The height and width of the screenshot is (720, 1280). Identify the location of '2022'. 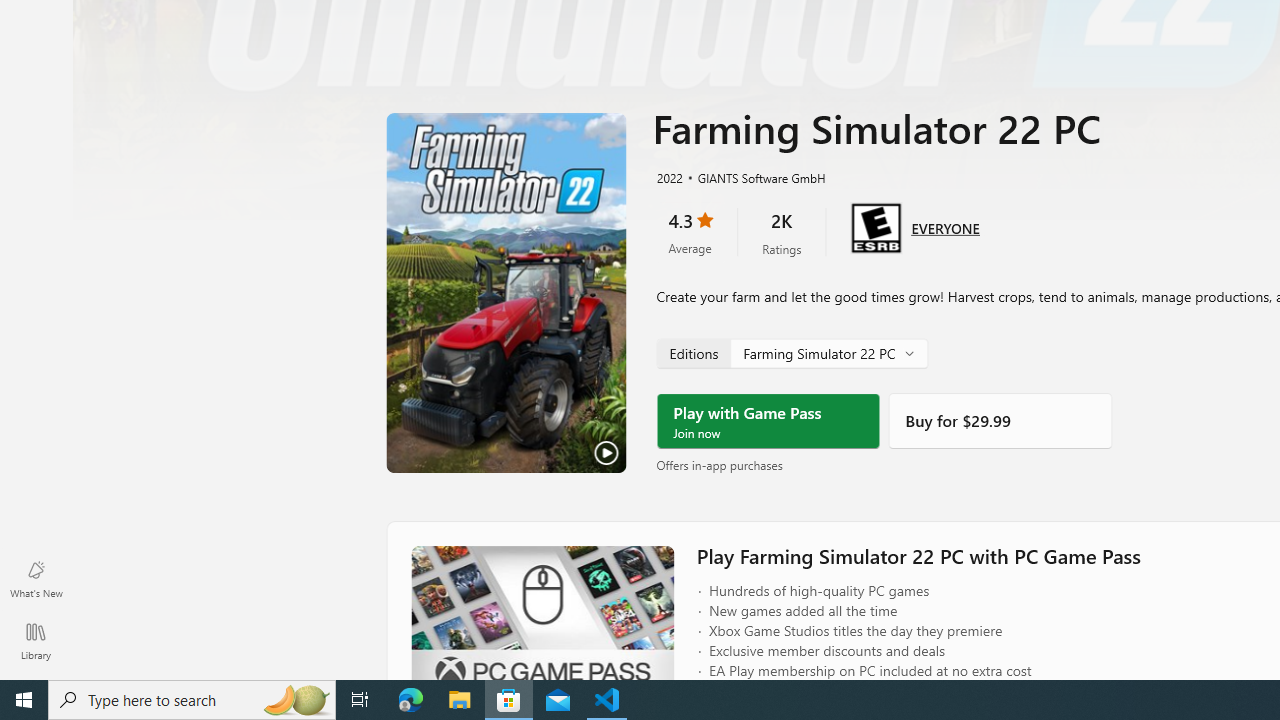
(668, 176).